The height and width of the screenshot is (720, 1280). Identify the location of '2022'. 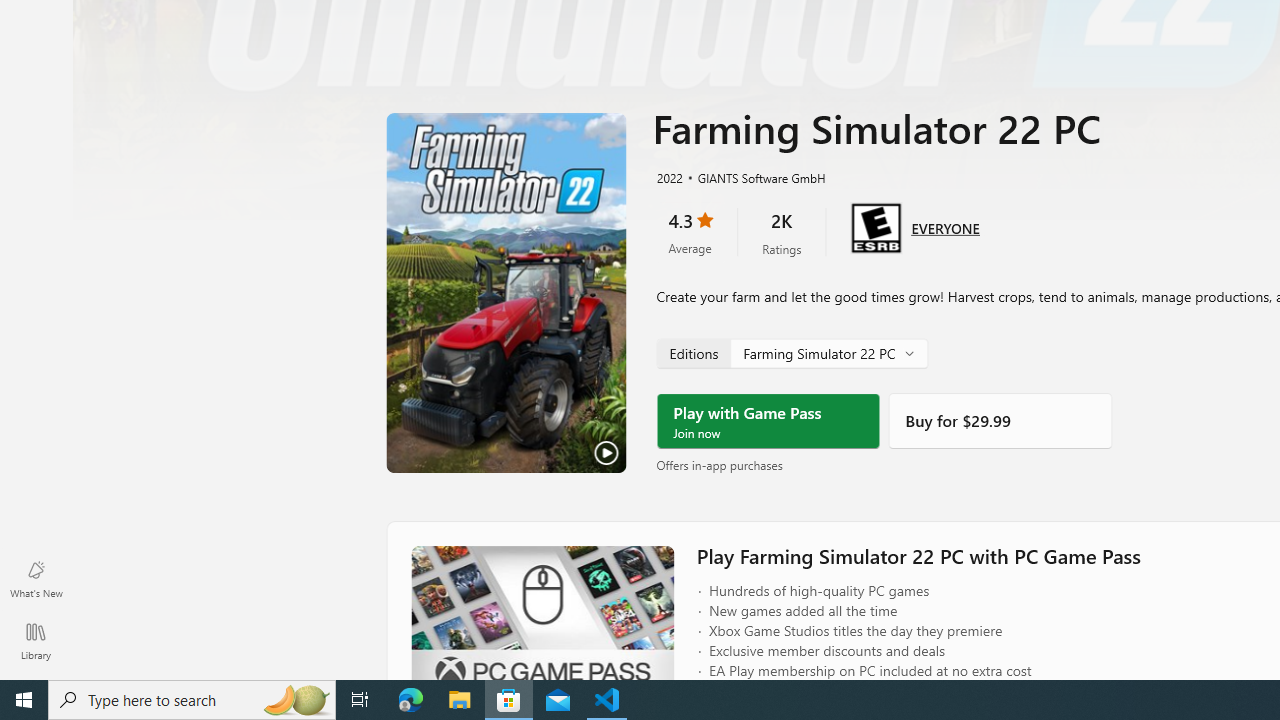
(668, 176).